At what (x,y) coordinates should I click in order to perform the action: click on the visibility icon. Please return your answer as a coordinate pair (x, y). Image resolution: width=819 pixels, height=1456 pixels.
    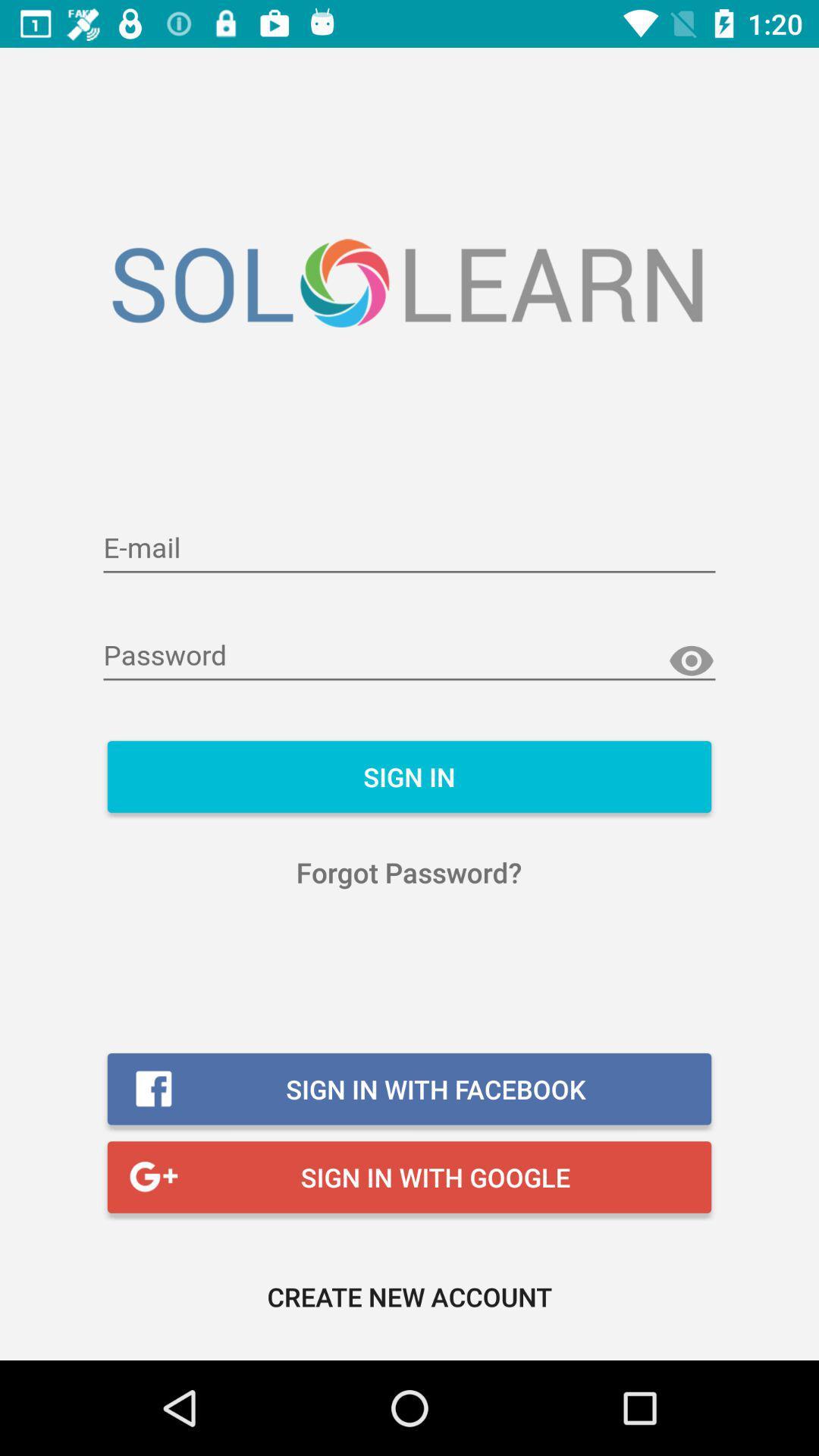
    Looking at the image, I should click on (691, 661).